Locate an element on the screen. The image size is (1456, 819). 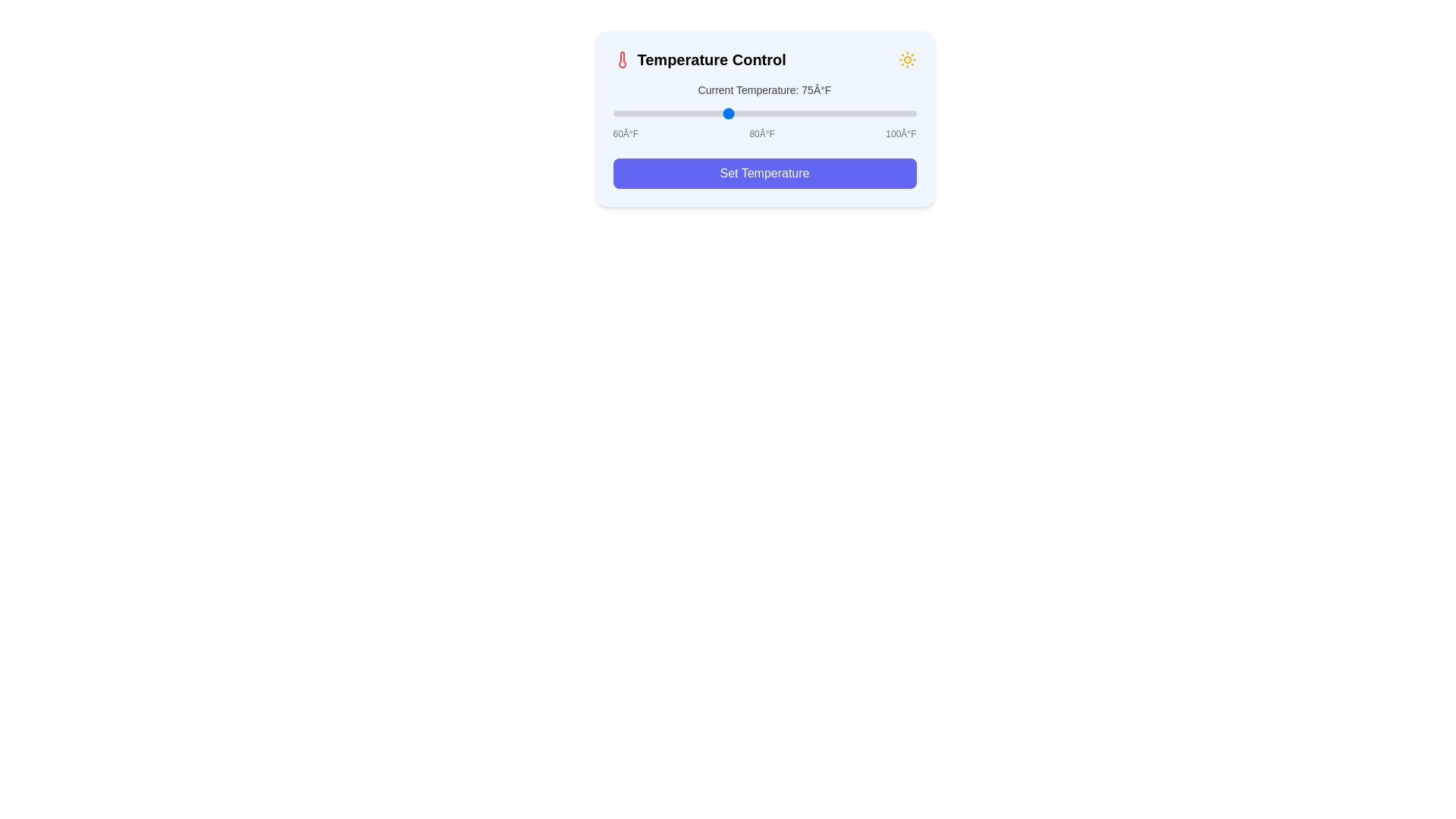
the slider to set the temperature value, which is positioned under the label 'Current Temperature: 75°F' and between the labels '60°F' and '100°F' is located at coordinates (764, 113).